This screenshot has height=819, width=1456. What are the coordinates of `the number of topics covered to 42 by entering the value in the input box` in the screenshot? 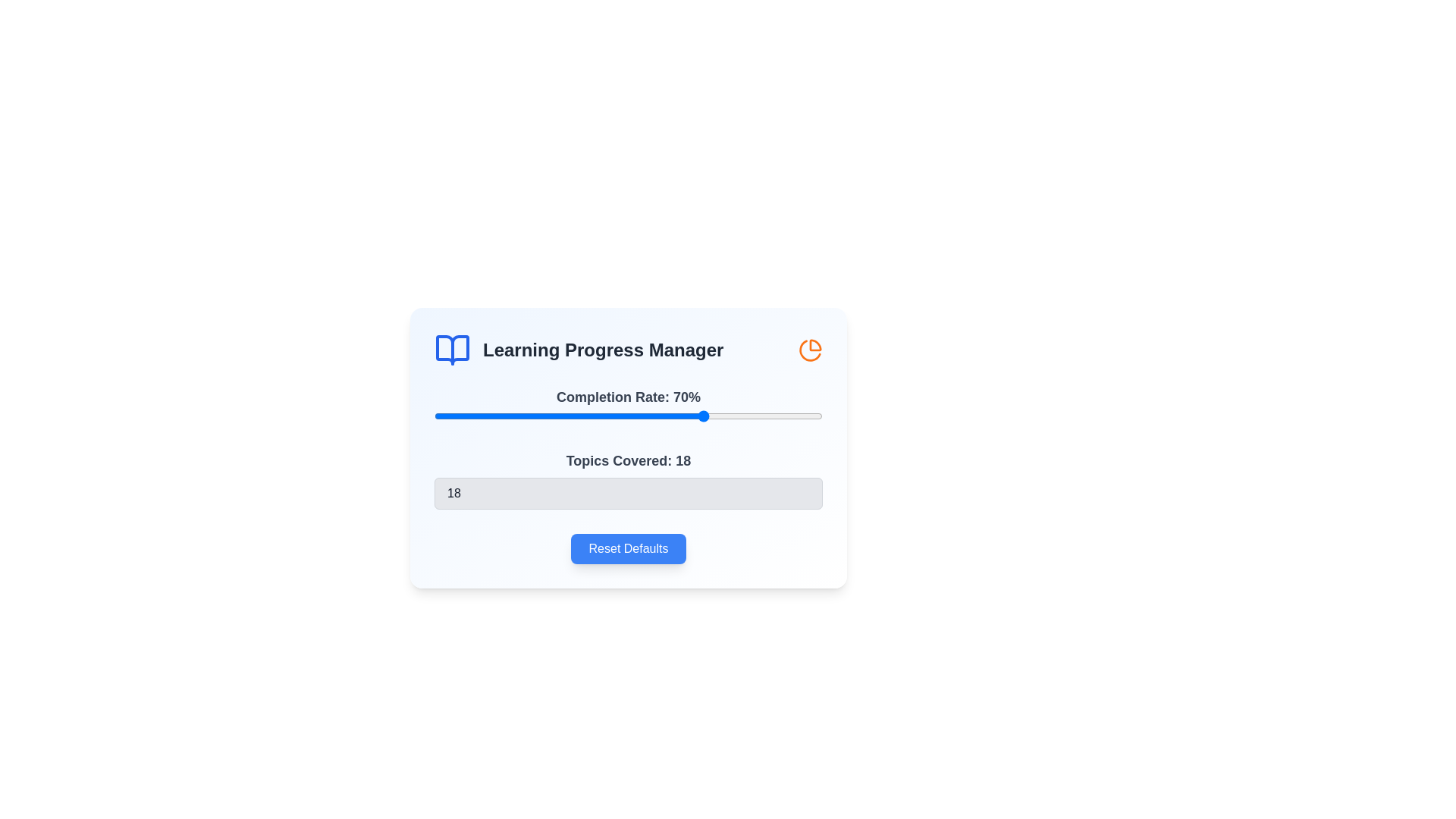 It's located at (629, 494).